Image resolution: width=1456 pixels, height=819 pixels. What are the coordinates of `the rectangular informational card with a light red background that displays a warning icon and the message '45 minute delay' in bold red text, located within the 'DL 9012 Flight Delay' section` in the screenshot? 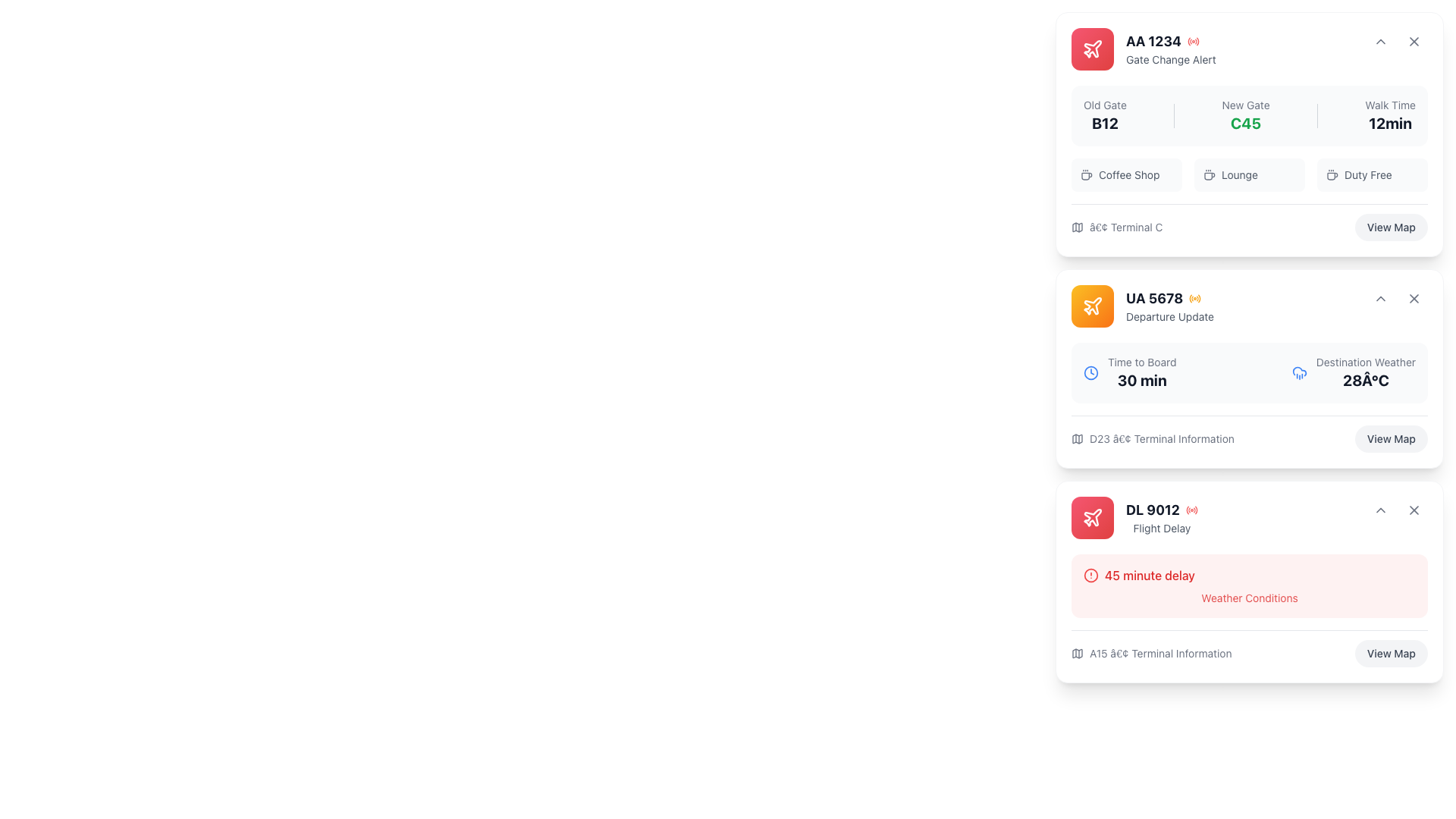 It's located at (1249, 610).